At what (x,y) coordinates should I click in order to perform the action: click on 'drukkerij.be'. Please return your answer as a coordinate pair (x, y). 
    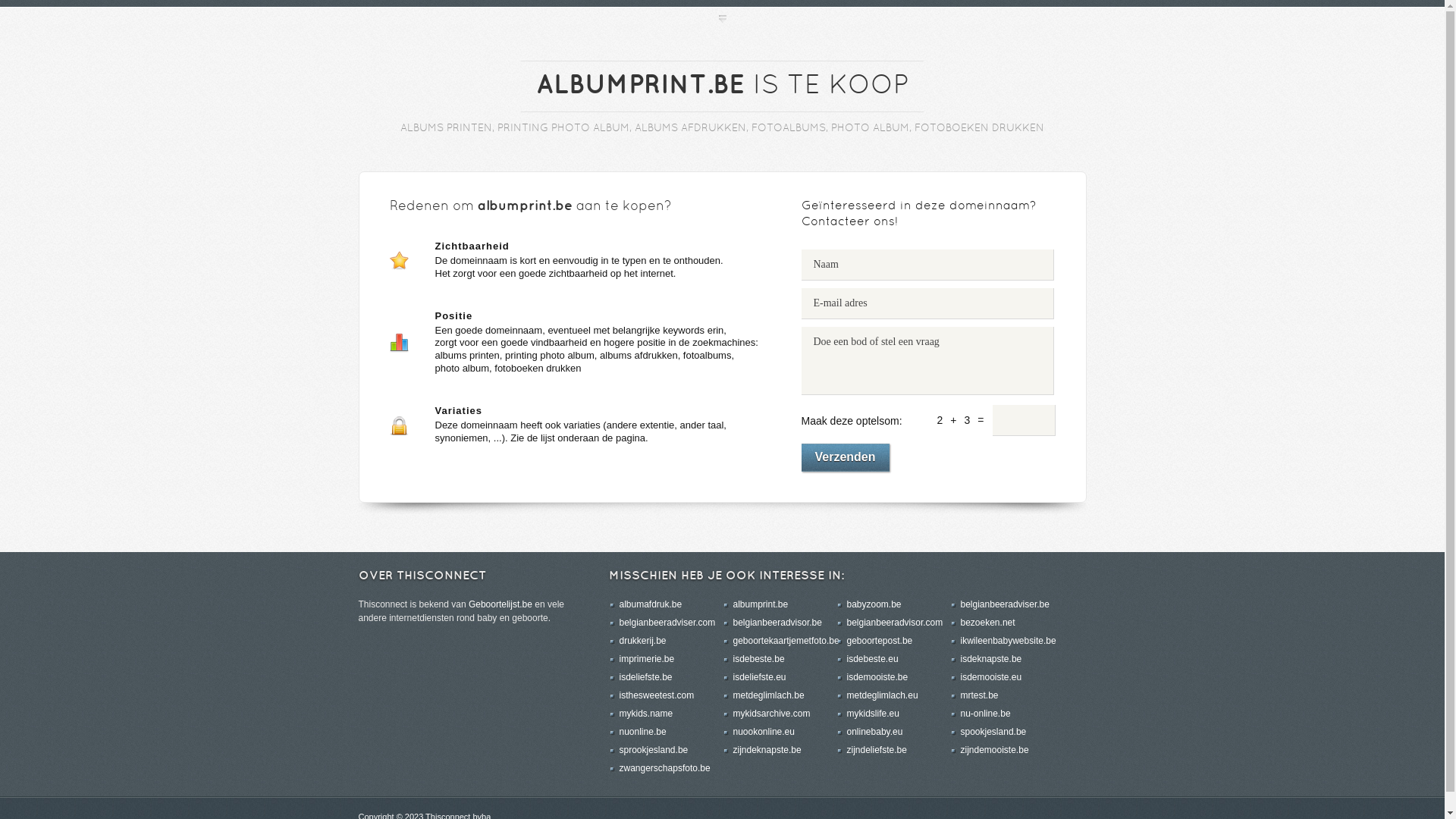
    Looking at the image, I should click on (642, 640).